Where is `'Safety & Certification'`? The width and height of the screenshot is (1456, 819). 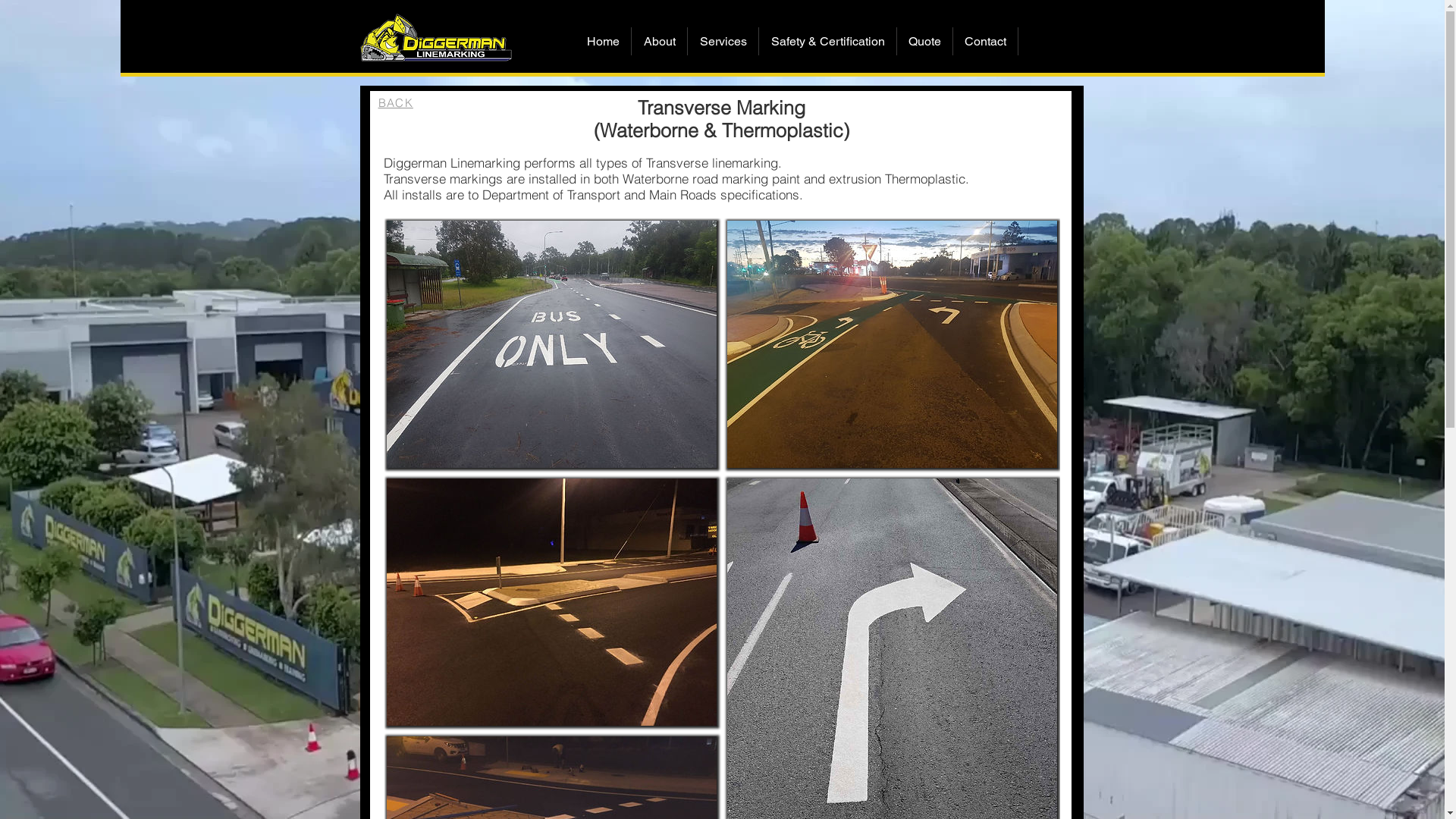 'Safety & Certification' is located at coordinates (827, 40).